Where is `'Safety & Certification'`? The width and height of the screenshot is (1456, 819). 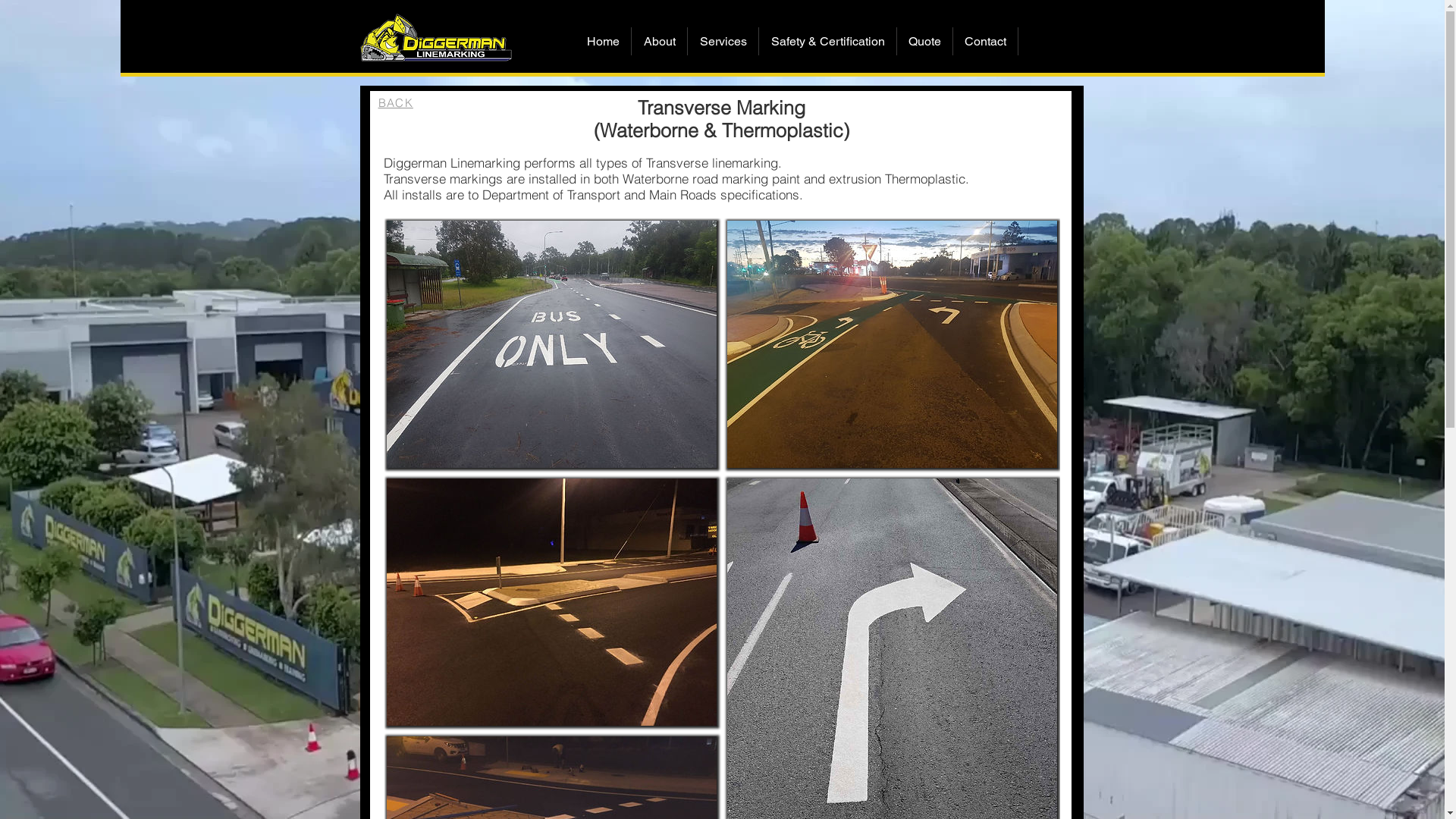 'Safety & Certification' is located at coordinates (827, 40).